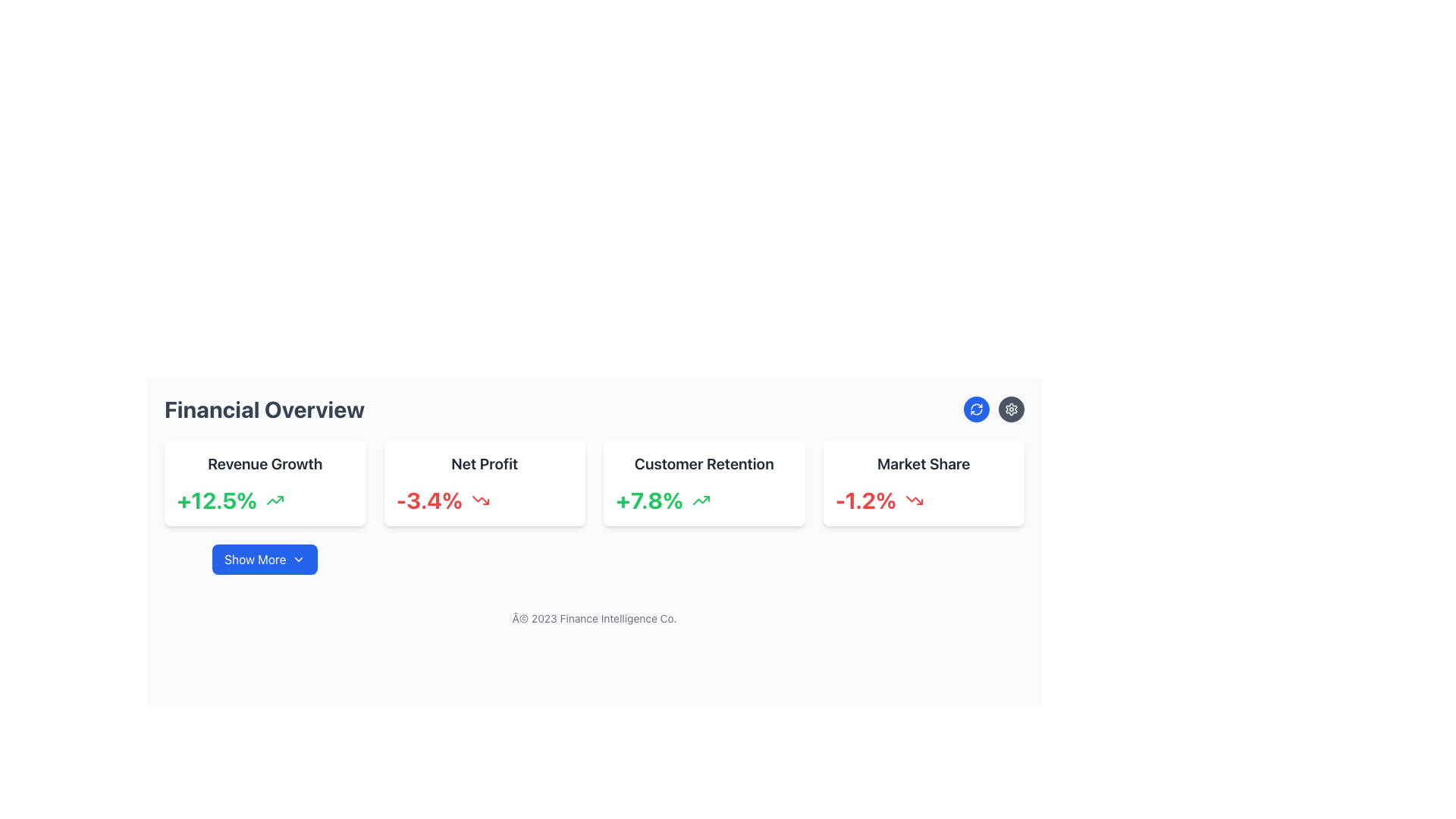  What do you see at coordinates (923, 500) in the screenshot?
I see `the Text and Icon Combination indicating a negative percentage change for 'Market Share', located within the 'Financial Overview' section` at bounding box center [923, 500].